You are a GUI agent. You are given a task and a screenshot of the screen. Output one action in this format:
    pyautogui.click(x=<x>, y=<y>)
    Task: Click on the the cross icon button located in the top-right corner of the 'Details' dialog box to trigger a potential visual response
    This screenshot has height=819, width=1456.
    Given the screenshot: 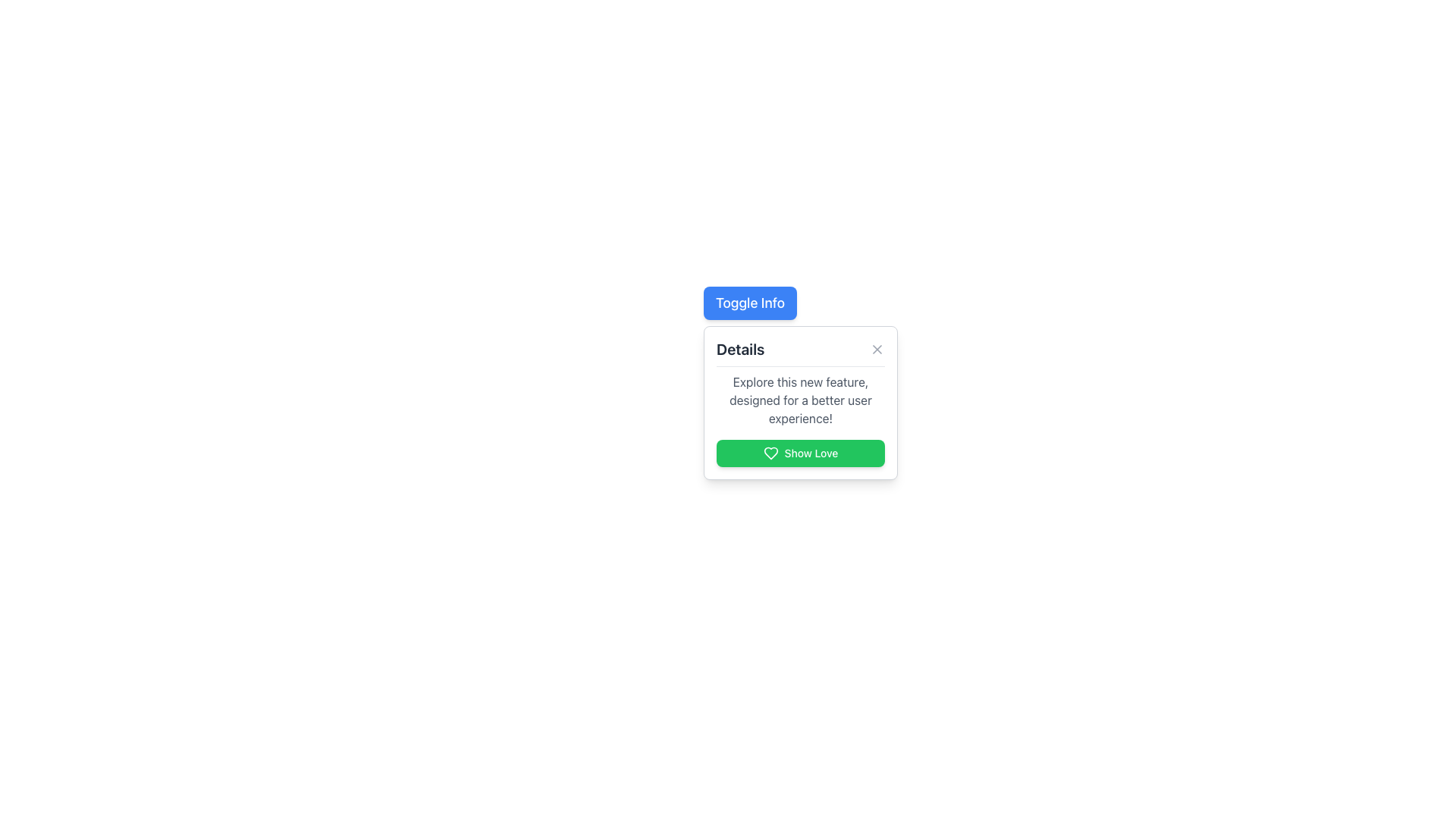 What is the action you would take?
    pyautogui.click(x=877, y=350)
    